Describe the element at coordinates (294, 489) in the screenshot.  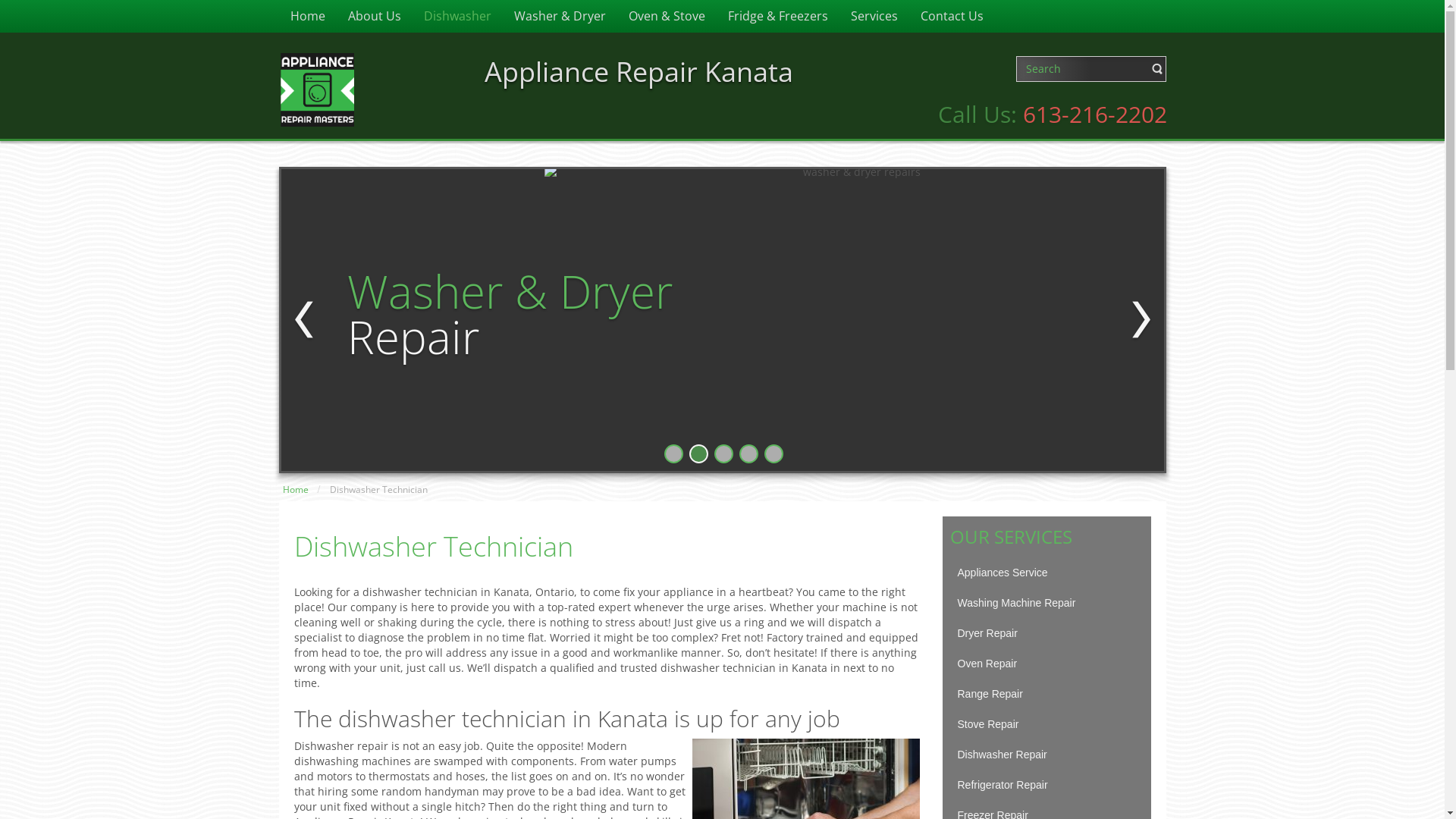
I see `'Home'` at that location.